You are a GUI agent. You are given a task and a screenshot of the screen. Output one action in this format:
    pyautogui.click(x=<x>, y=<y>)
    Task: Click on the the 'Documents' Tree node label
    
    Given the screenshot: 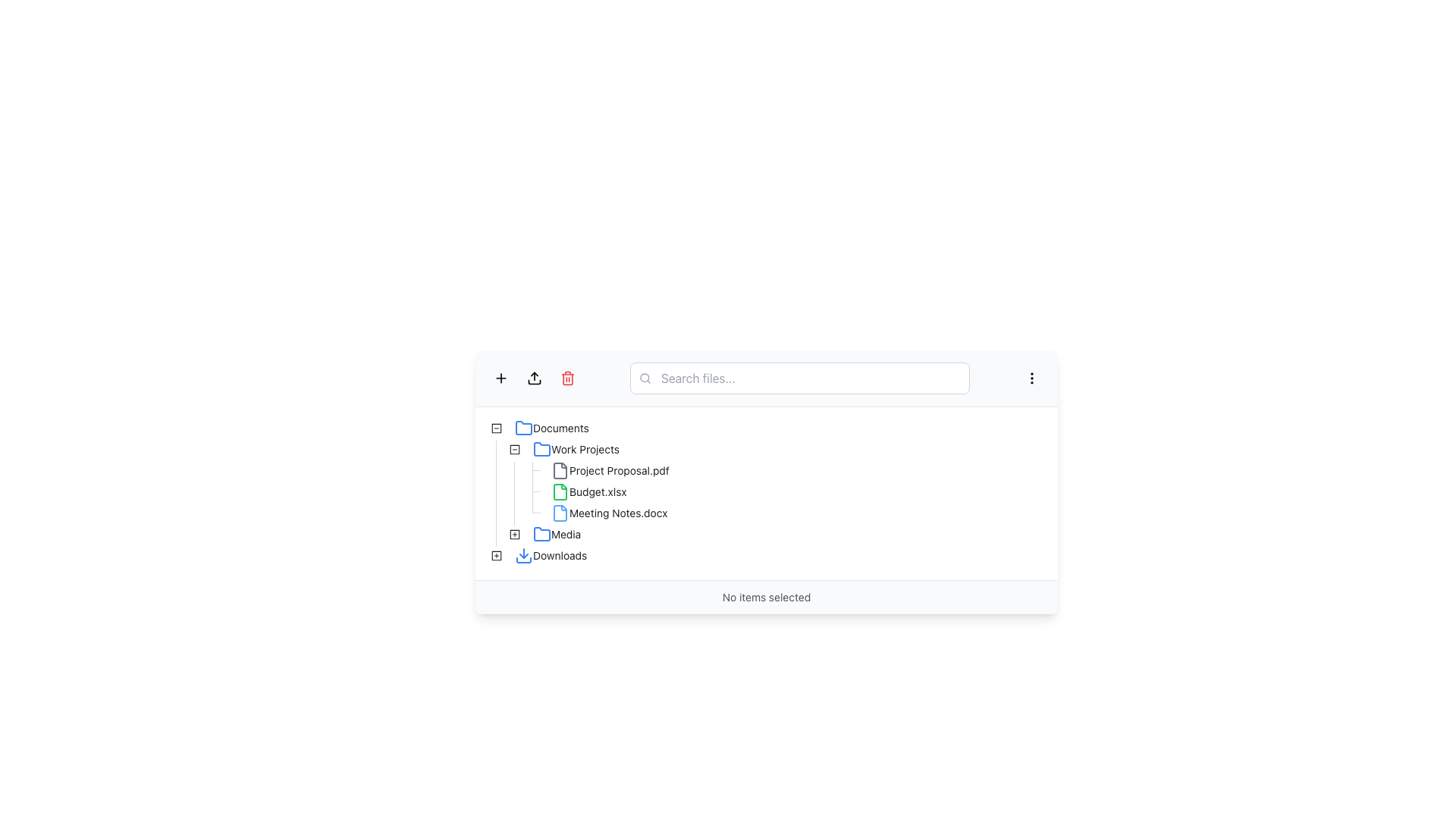 What is the action you would take?
    pyautogui.click(x=551, y=428)
    